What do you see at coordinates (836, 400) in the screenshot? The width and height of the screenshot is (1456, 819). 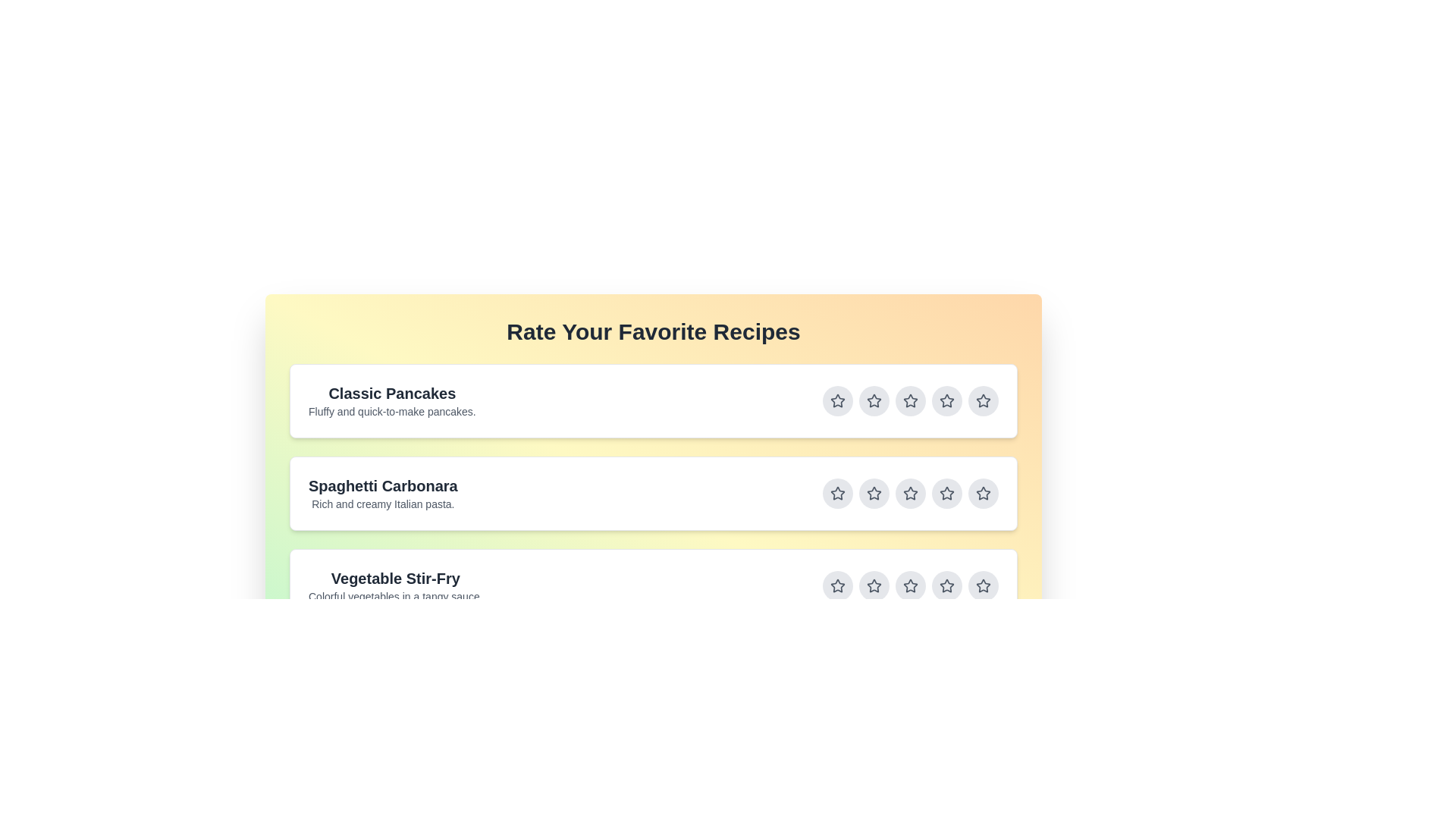 I see `the star button for rating 1 of the recipe Classic Pancakes` at bounding box center [836, 400].